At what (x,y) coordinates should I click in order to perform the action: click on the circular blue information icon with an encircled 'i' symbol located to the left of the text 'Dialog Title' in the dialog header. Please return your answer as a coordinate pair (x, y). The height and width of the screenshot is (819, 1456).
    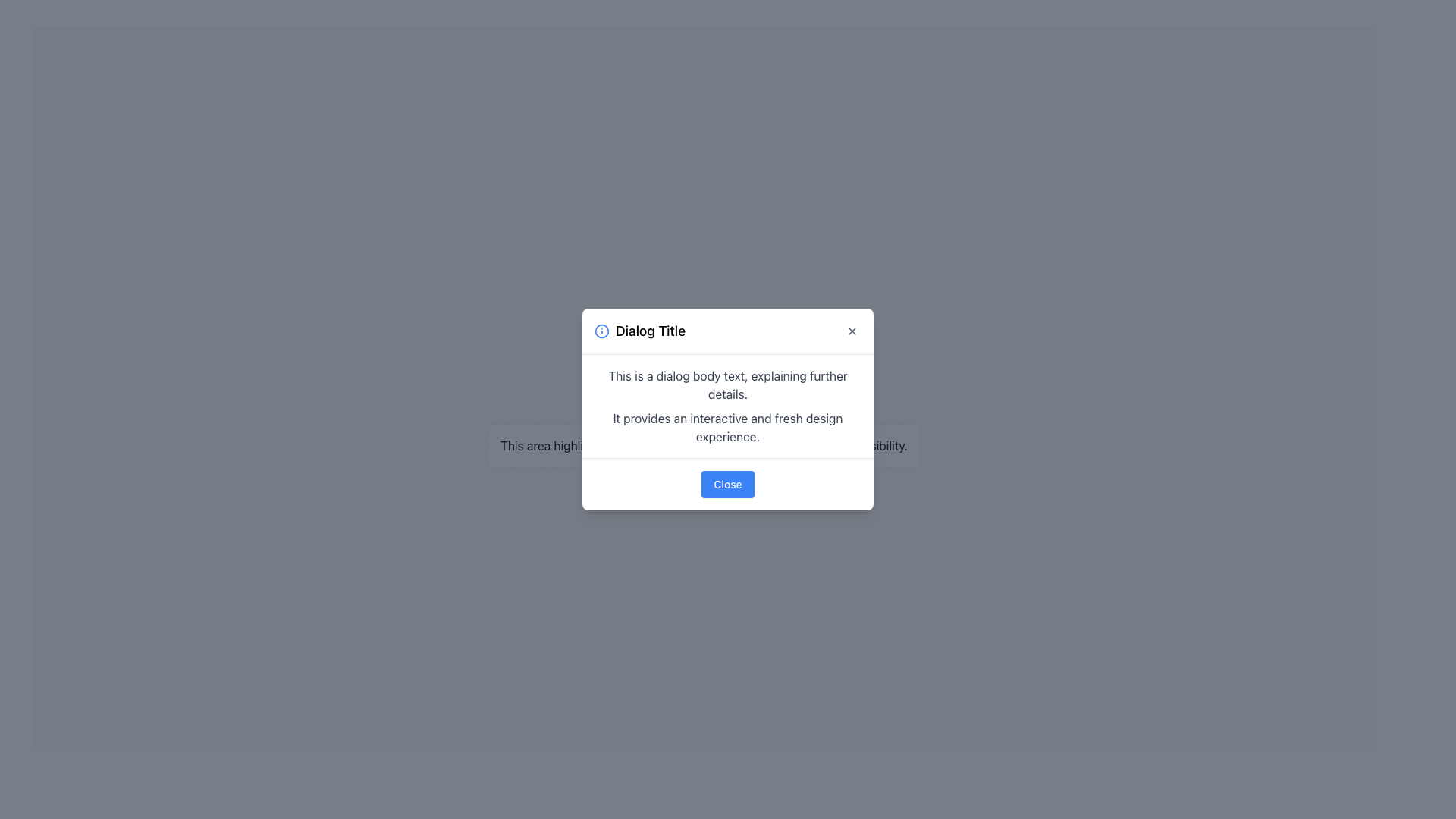
    Looking at the image, I should click on (601, 330).